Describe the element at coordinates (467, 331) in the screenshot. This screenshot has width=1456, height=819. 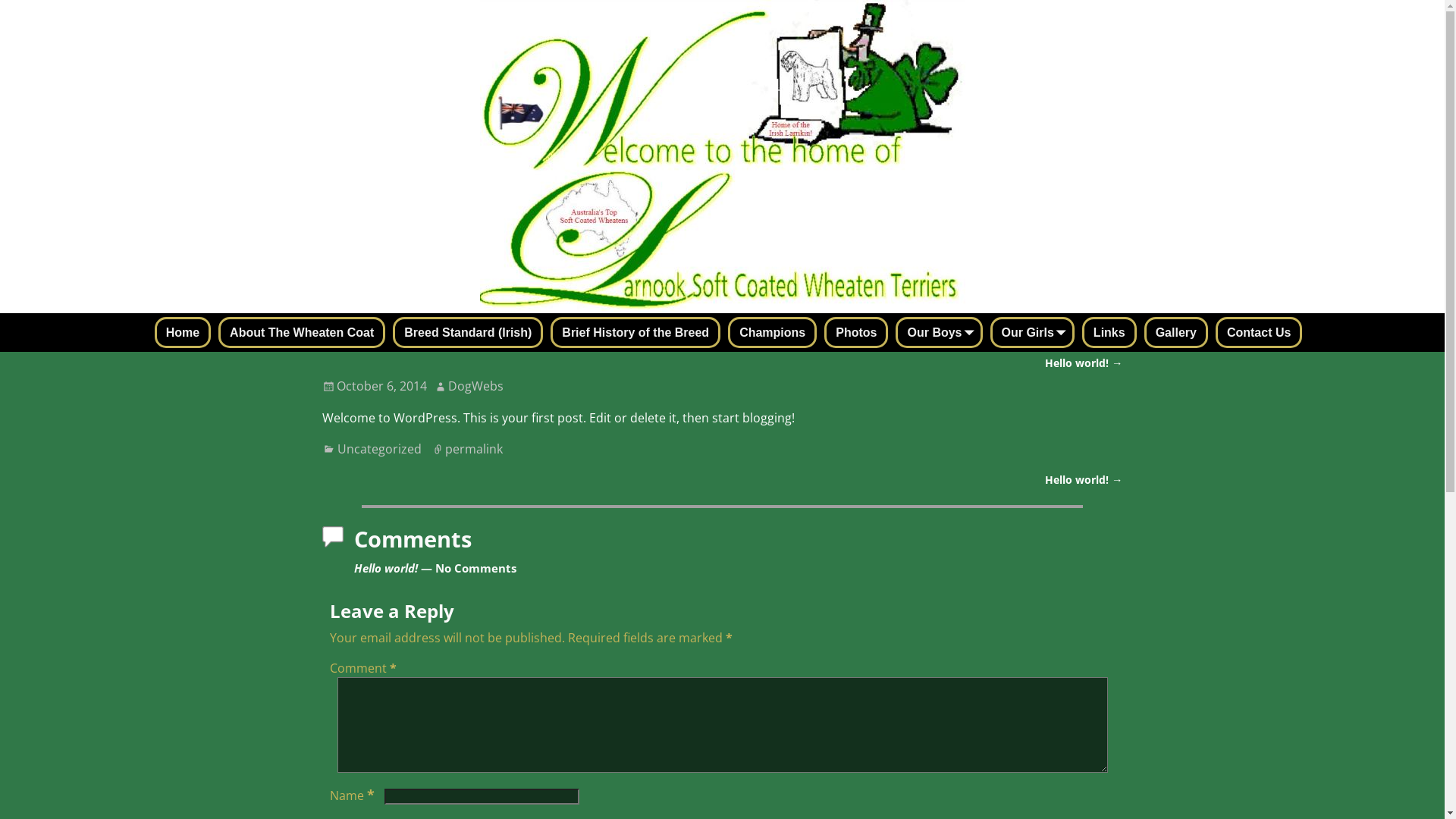
I see `'Breed Standard (Irish)'` at that location.